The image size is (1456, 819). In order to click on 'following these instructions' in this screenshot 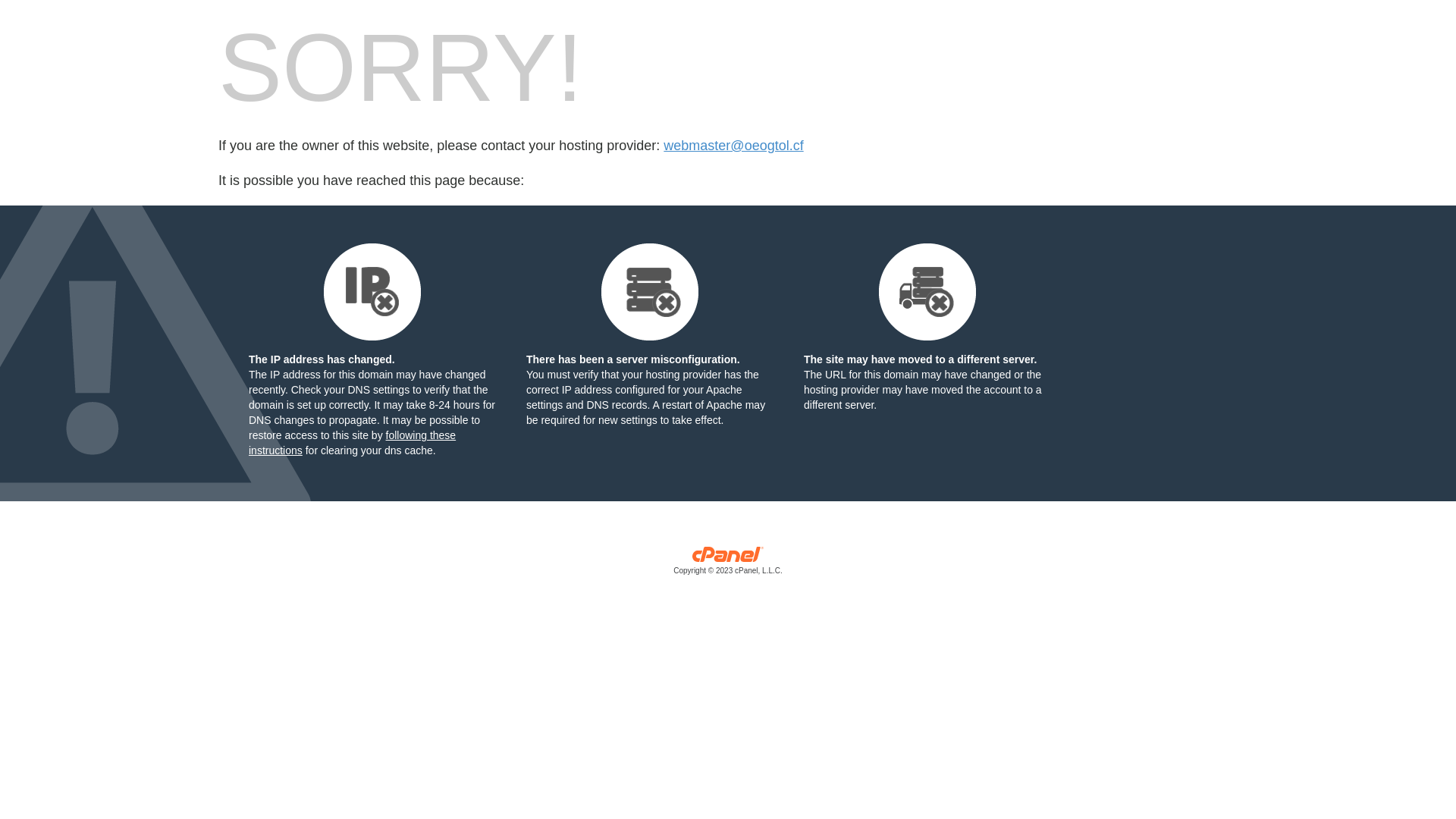, I will do `click(351, 442)`.